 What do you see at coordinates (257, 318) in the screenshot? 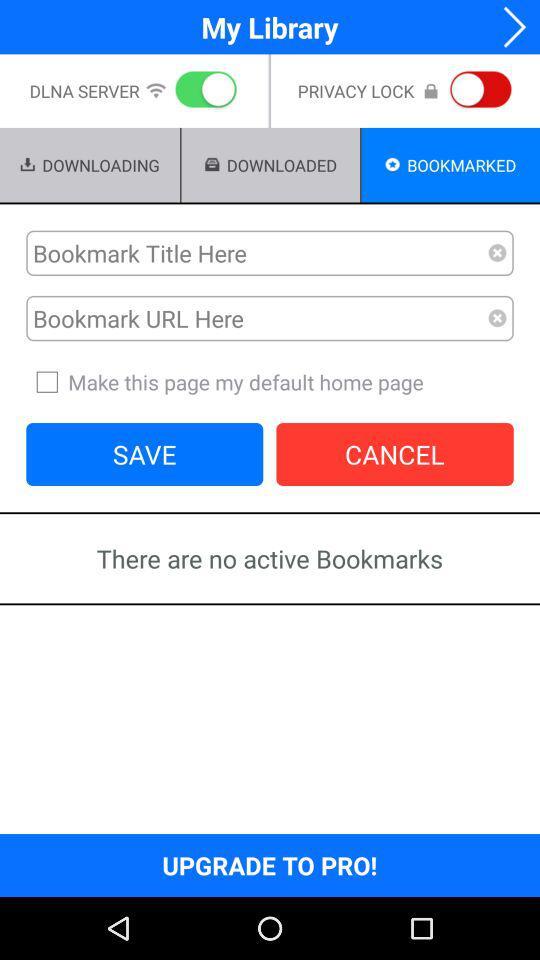
I see `url address` at bounding box center [257, 318].